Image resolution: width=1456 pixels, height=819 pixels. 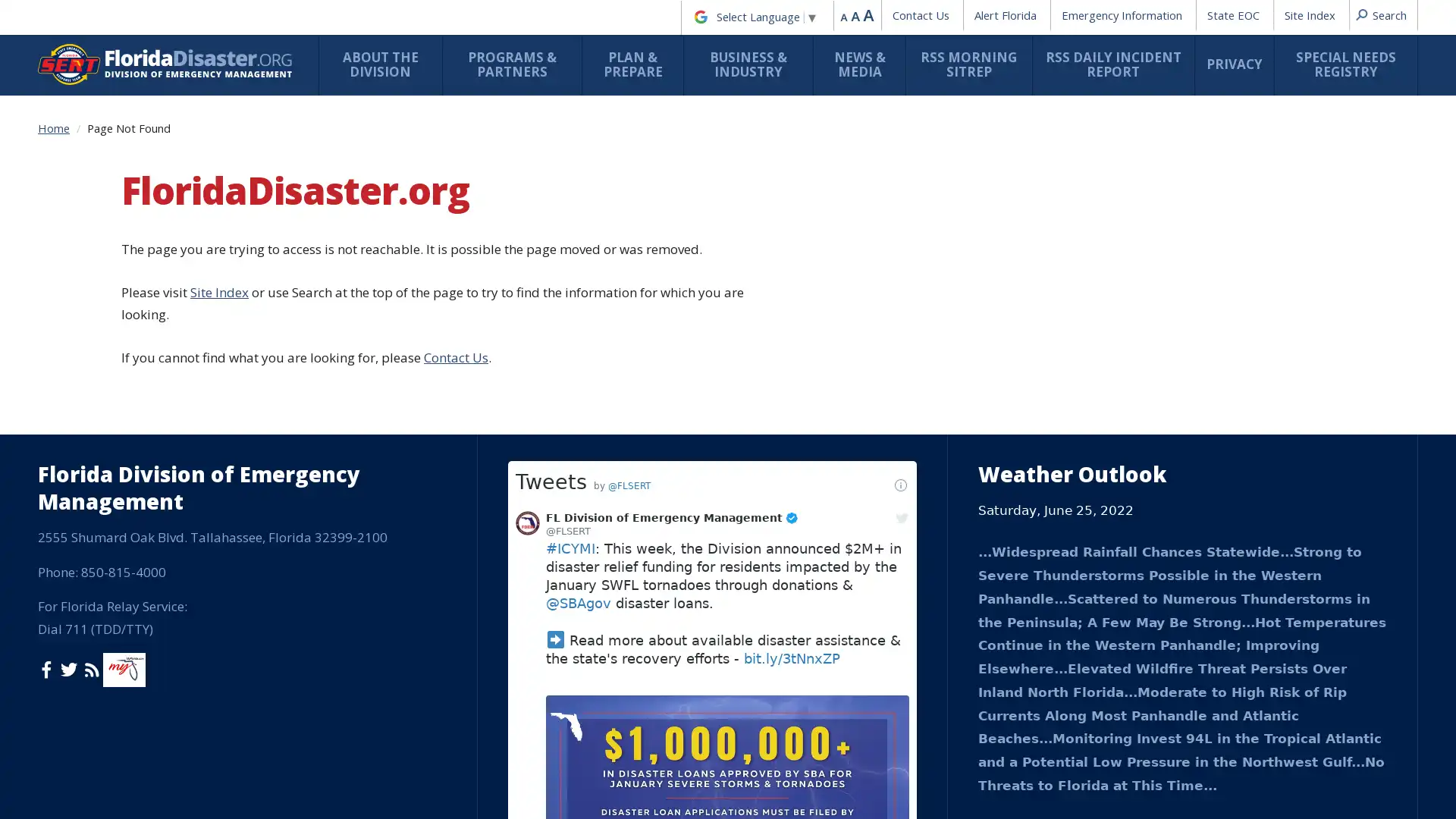 What do you see at coordinates (455, 287) in the screenshot?
I see `Toggle More` at bounding box center [455, 287].